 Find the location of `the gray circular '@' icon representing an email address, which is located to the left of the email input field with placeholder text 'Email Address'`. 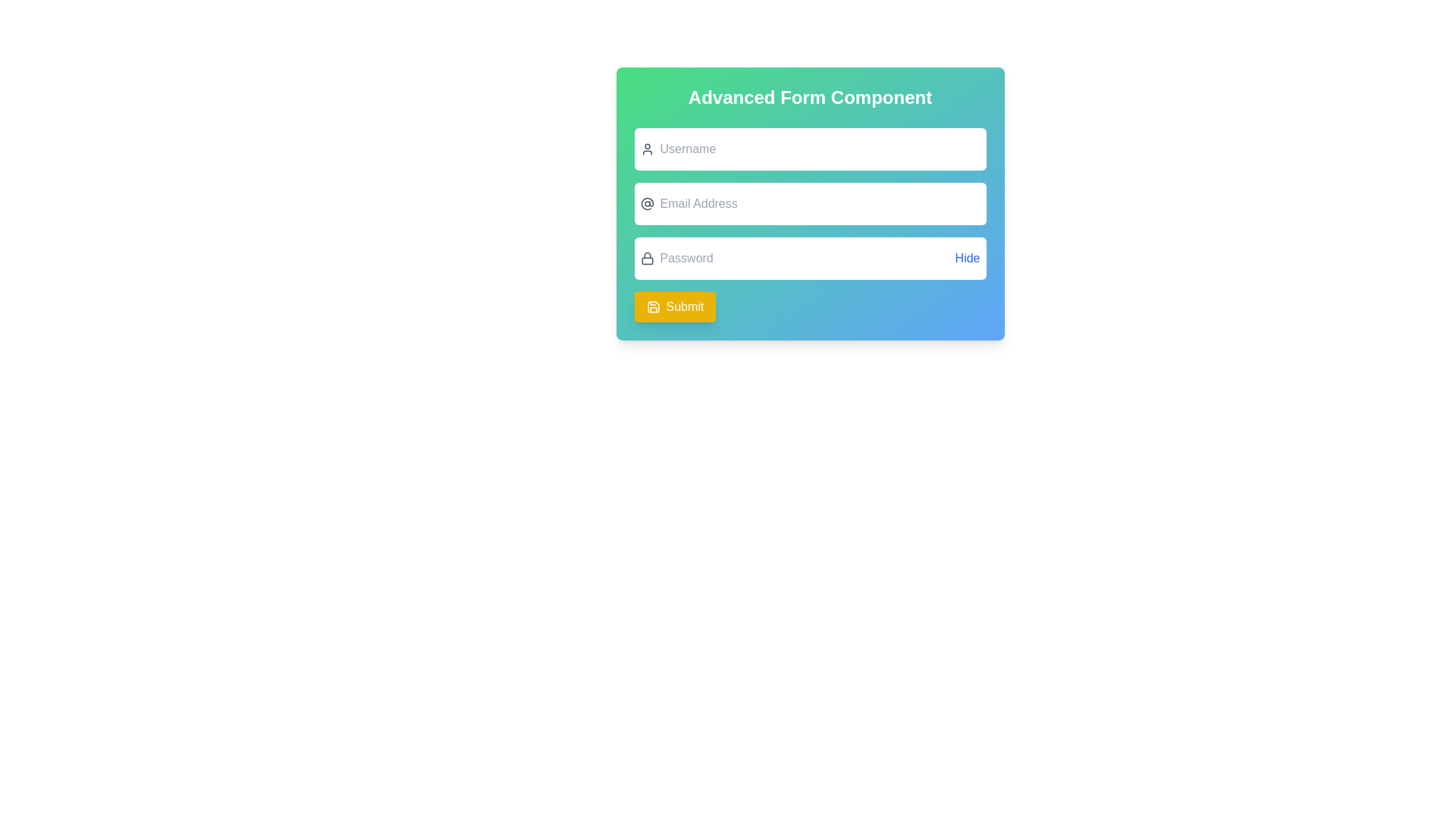

the gray circular '@' icon representing an email address, which is located to the left of the email input field with placeholder text 'Email Address' is located at coordinates (647, 203).